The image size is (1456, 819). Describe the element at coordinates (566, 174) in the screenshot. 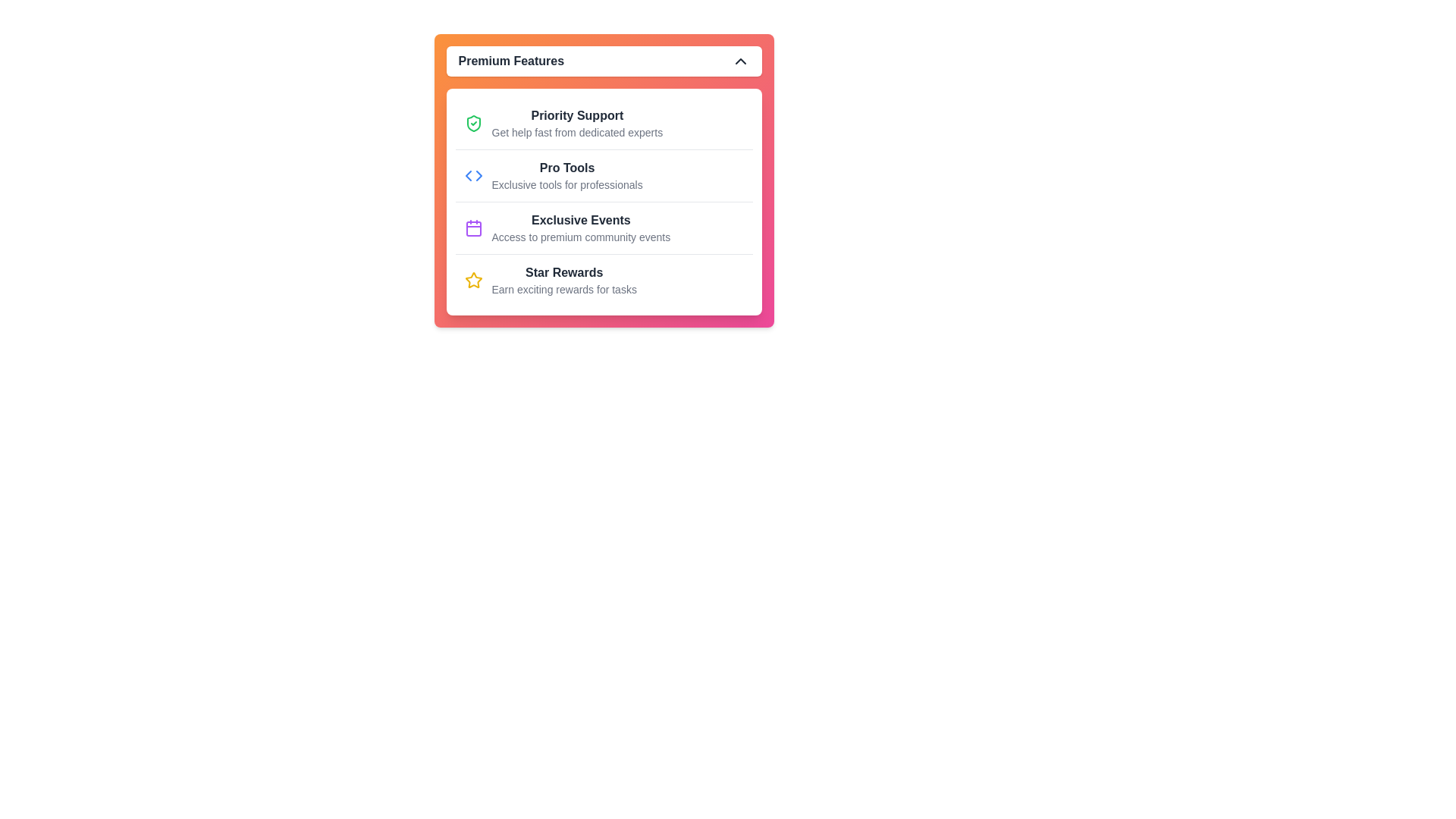

I see `the 'Pro Tools' text block, which is the second feature listed under 'Premium Features' in the service package` at that location.